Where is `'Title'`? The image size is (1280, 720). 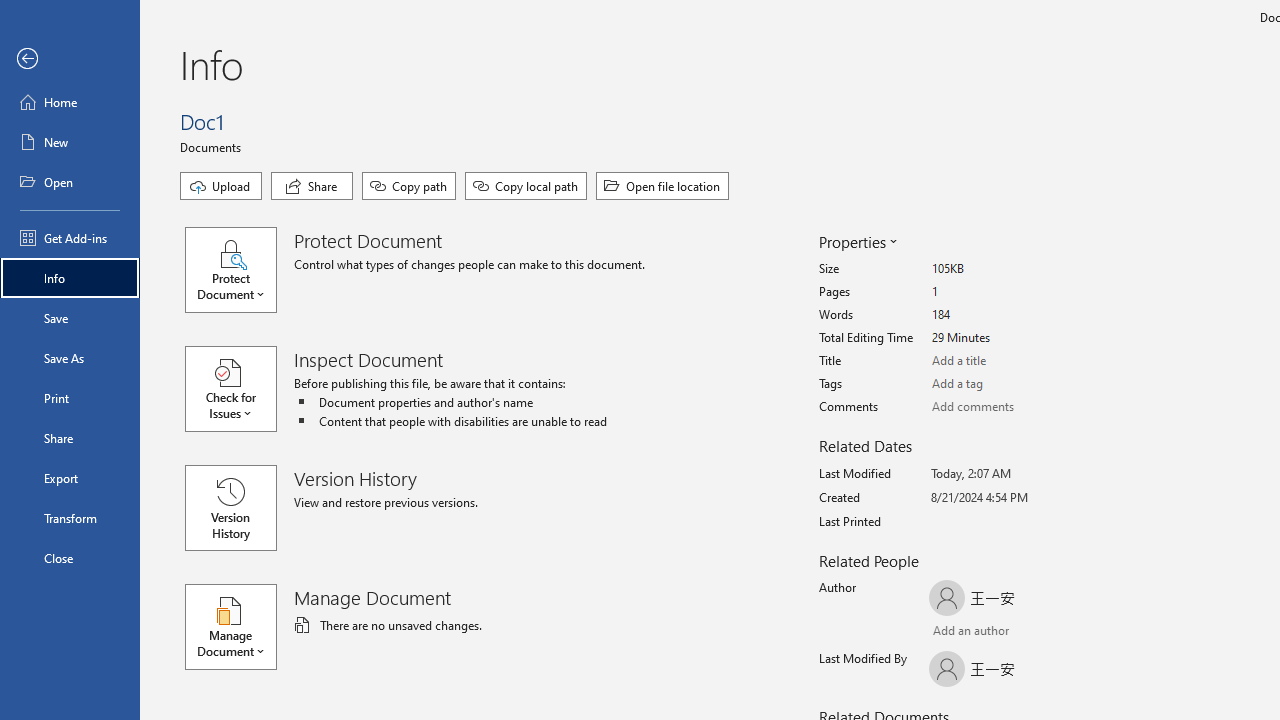 'Title' is located at coordinates (1006, 361).